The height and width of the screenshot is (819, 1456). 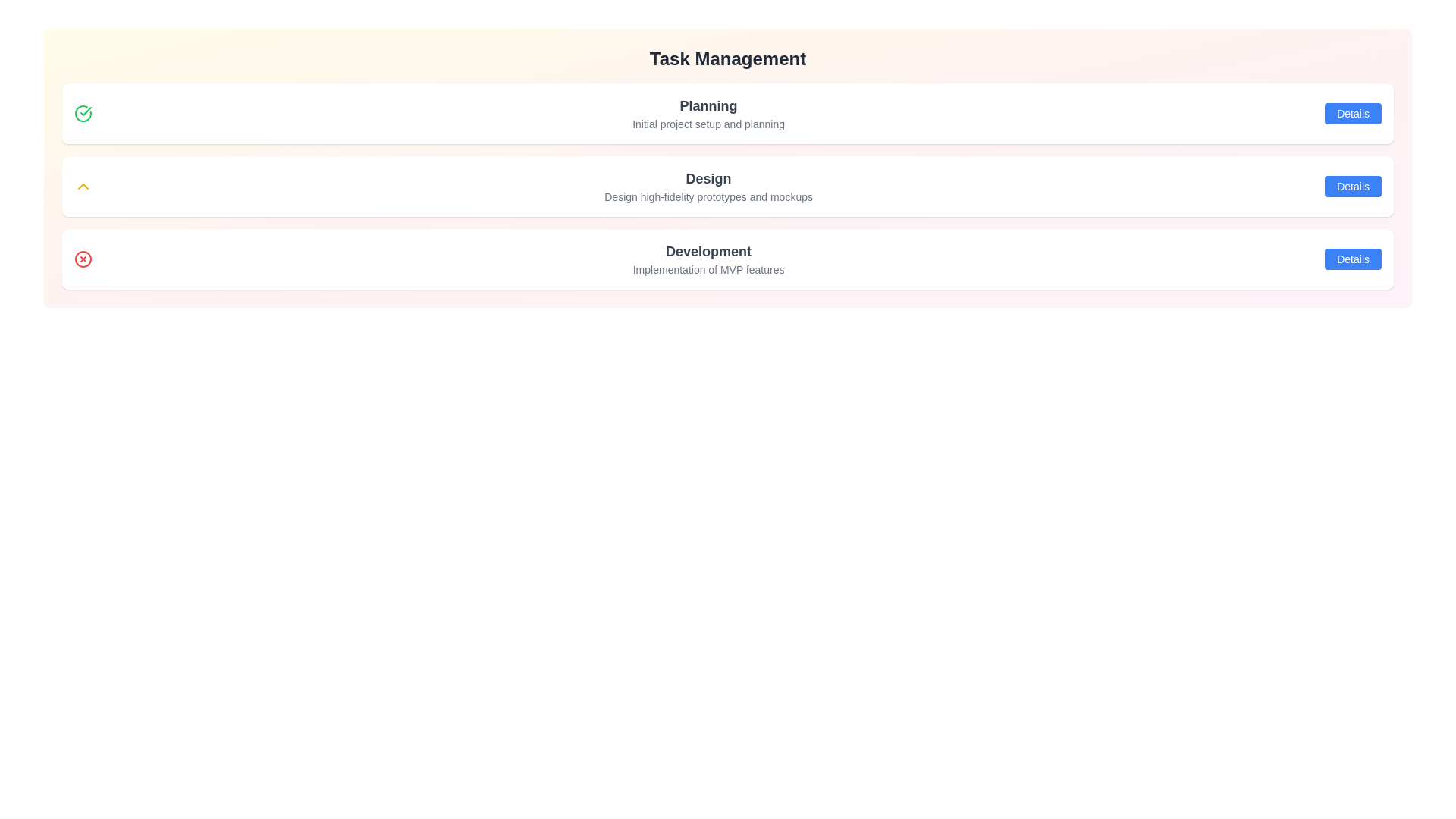 What do you see at coordinates (83, 113) in the screenshot?
I see `the icon associated with the task Planning to view its tooltip` at bounding box center [83, 113].